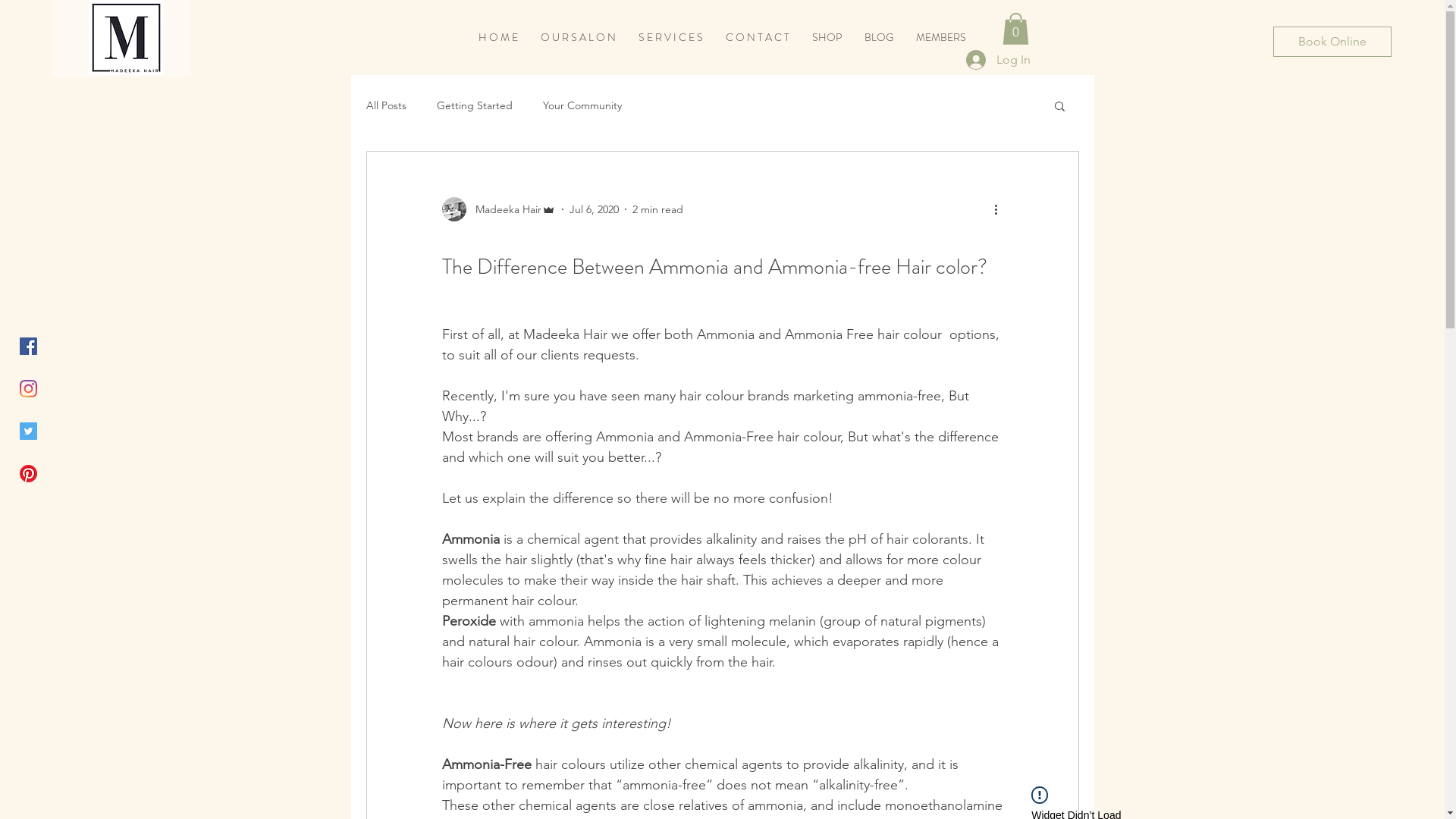 The image size is (1456, 819). Describe the element at coordinates (670, 36) in the screenshot. I see `'S E R V I C E S'` at that location.